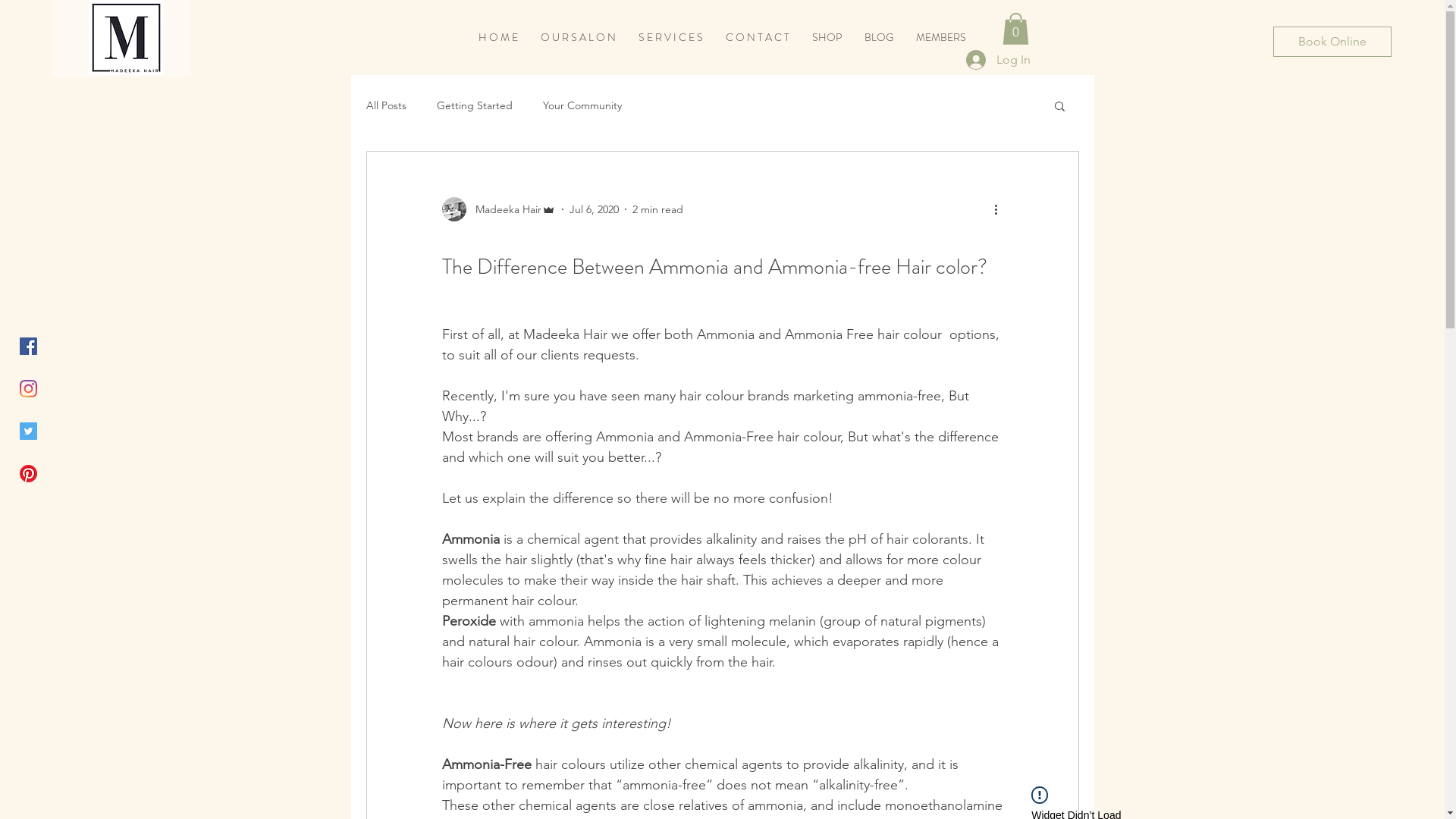 The image size is (1456, 819). Describe the element at coordinates (670, 36) in the screenshot. I see `'S E R V I C E S'` at that location.